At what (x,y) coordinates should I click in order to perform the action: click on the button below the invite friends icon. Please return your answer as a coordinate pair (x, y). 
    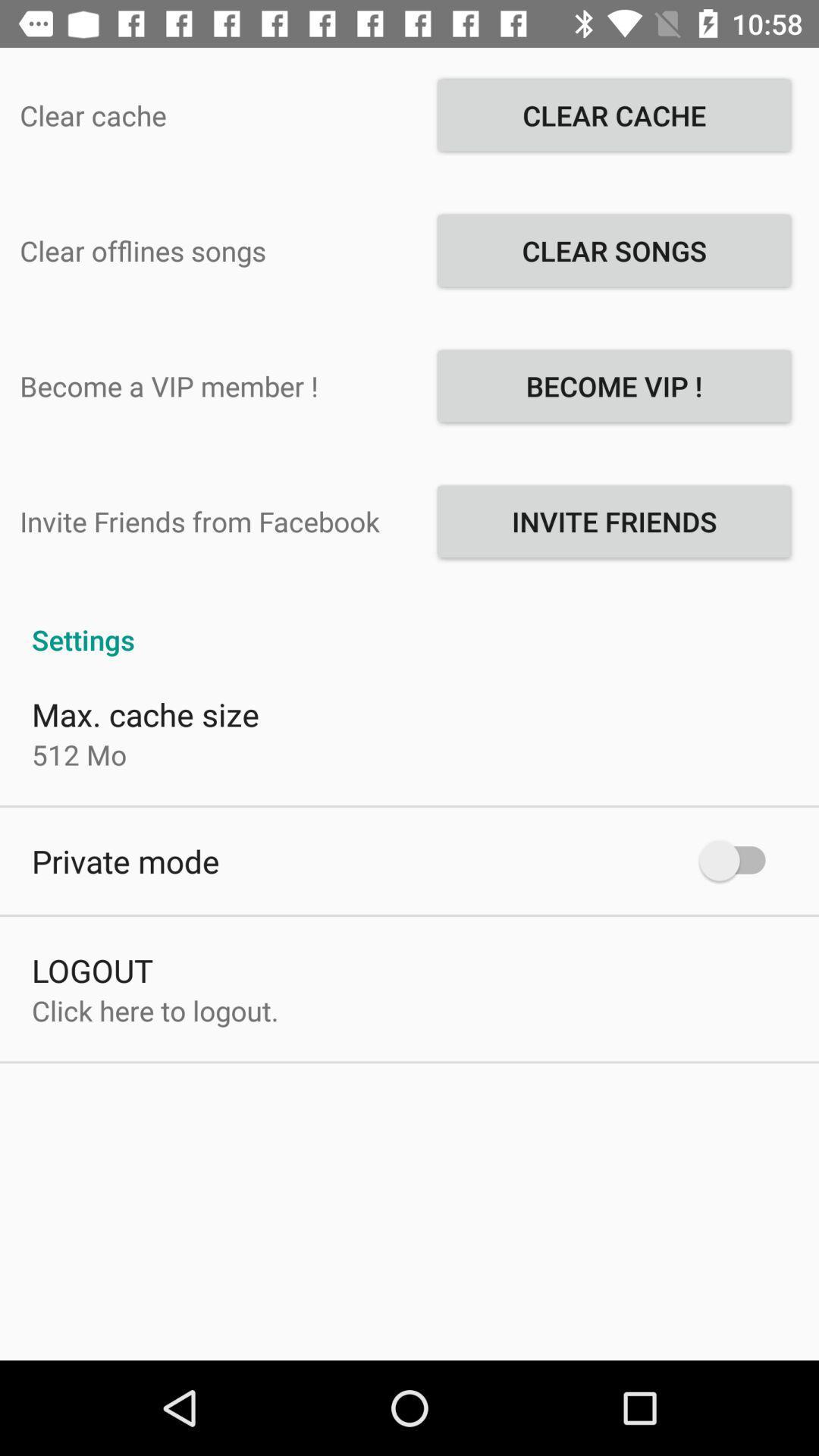
    Looking at the image, I should click on (409, 623).